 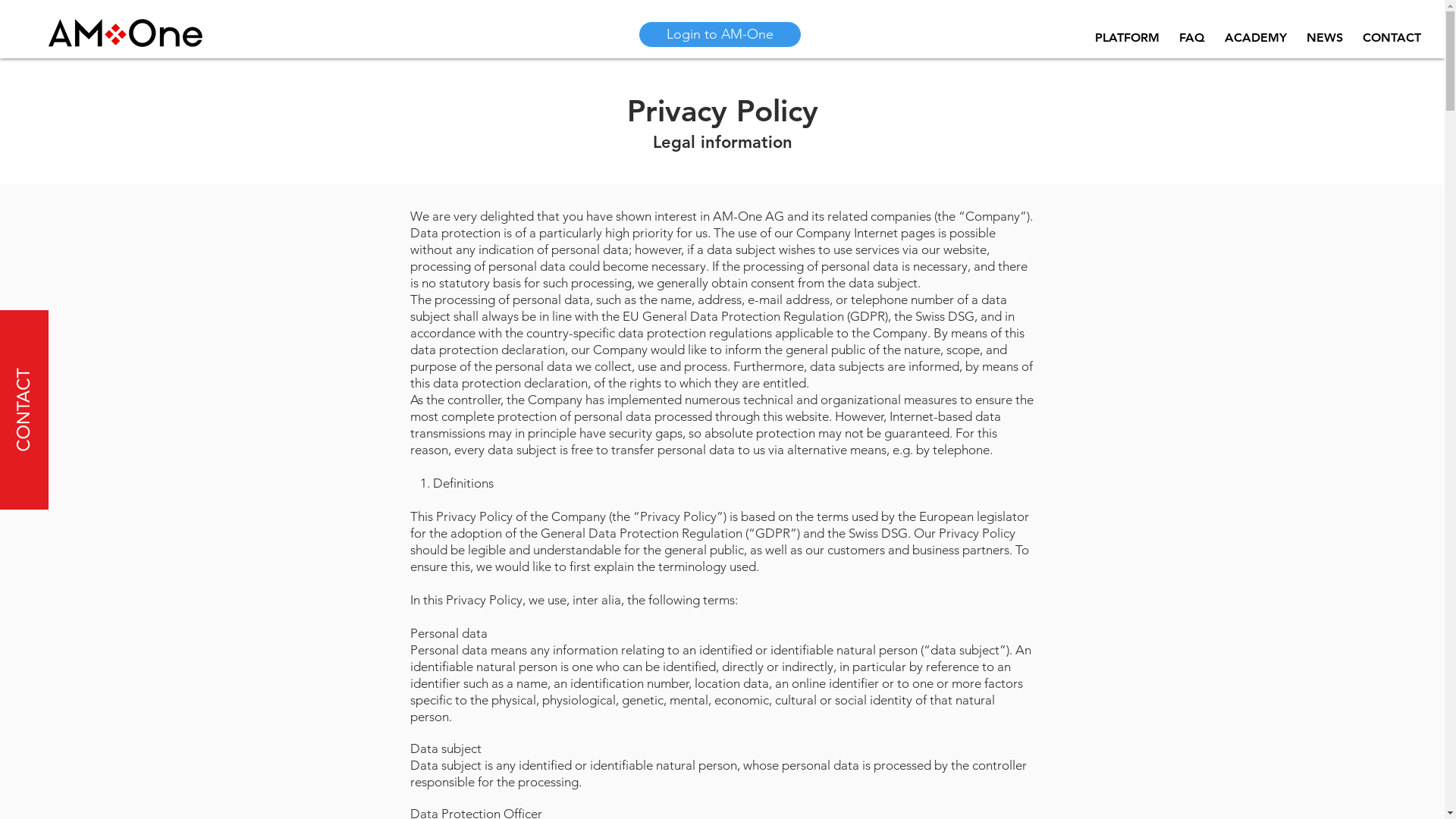 I want to click on 'Login to AM-One', so click(x=718, y=34).